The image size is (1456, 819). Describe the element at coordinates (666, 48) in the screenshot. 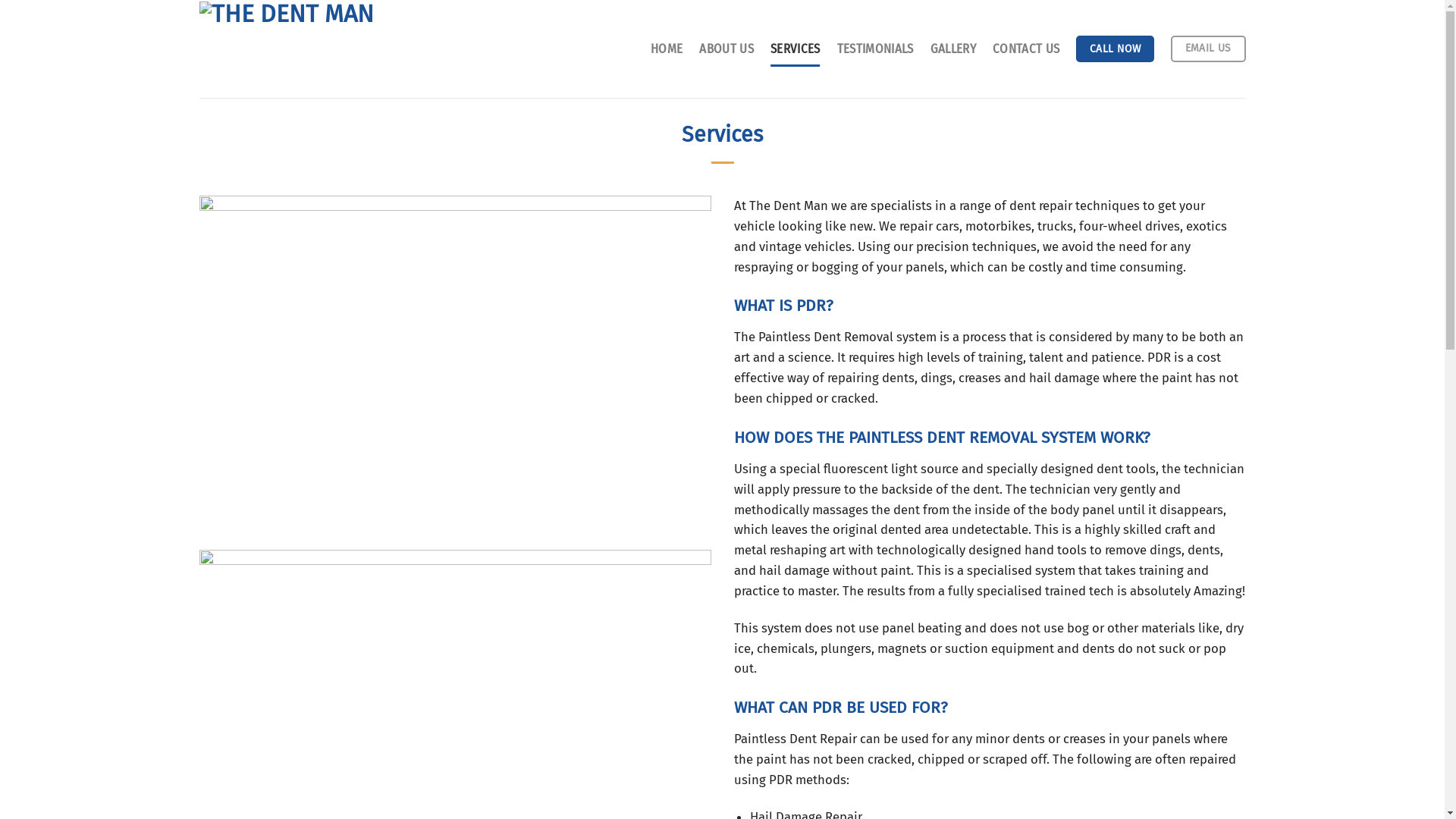

I see `'HOME'` at that location.